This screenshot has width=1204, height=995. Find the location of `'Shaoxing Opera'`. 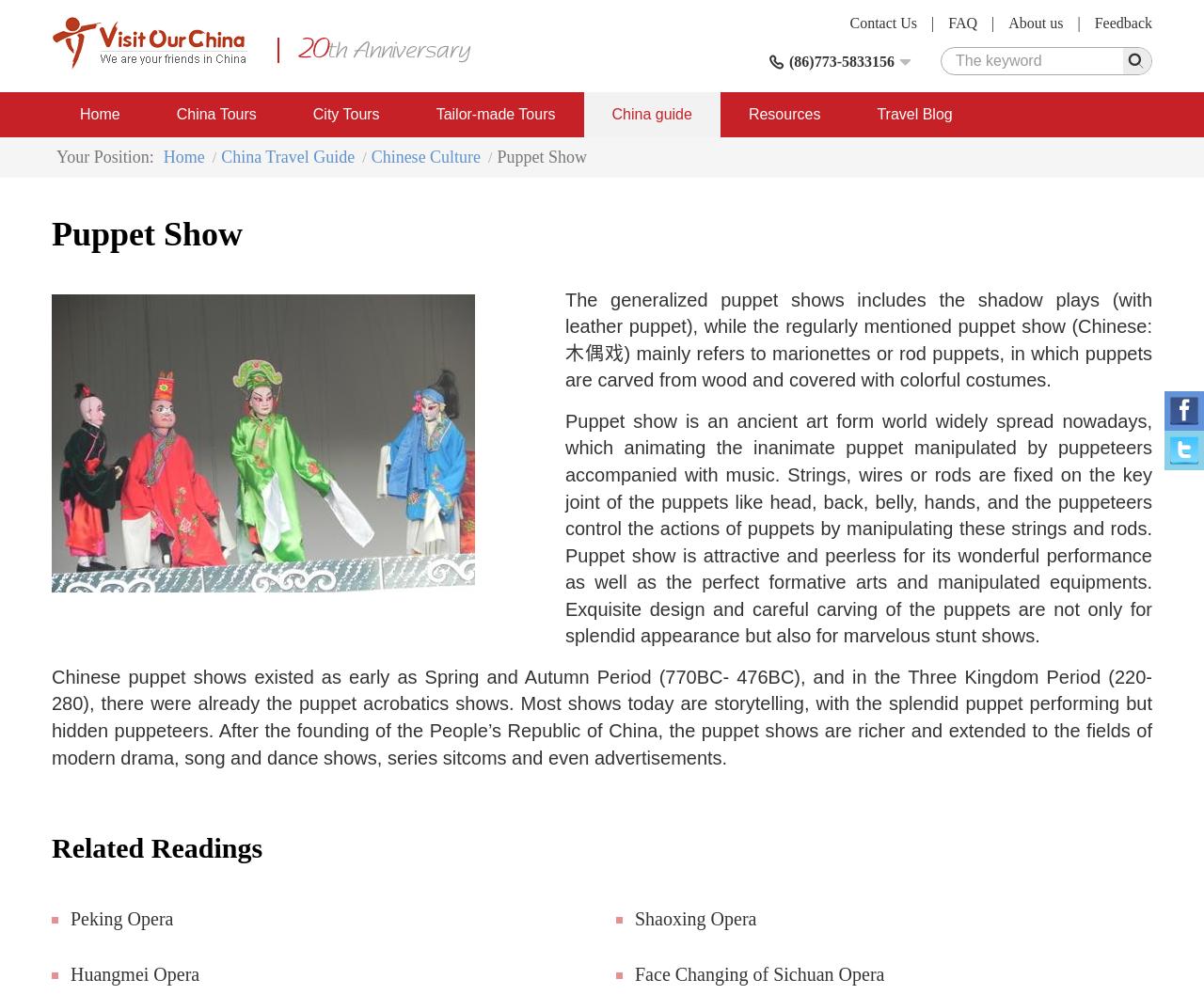

'Shaoxing Opera' is located at coordinates (694, 917).